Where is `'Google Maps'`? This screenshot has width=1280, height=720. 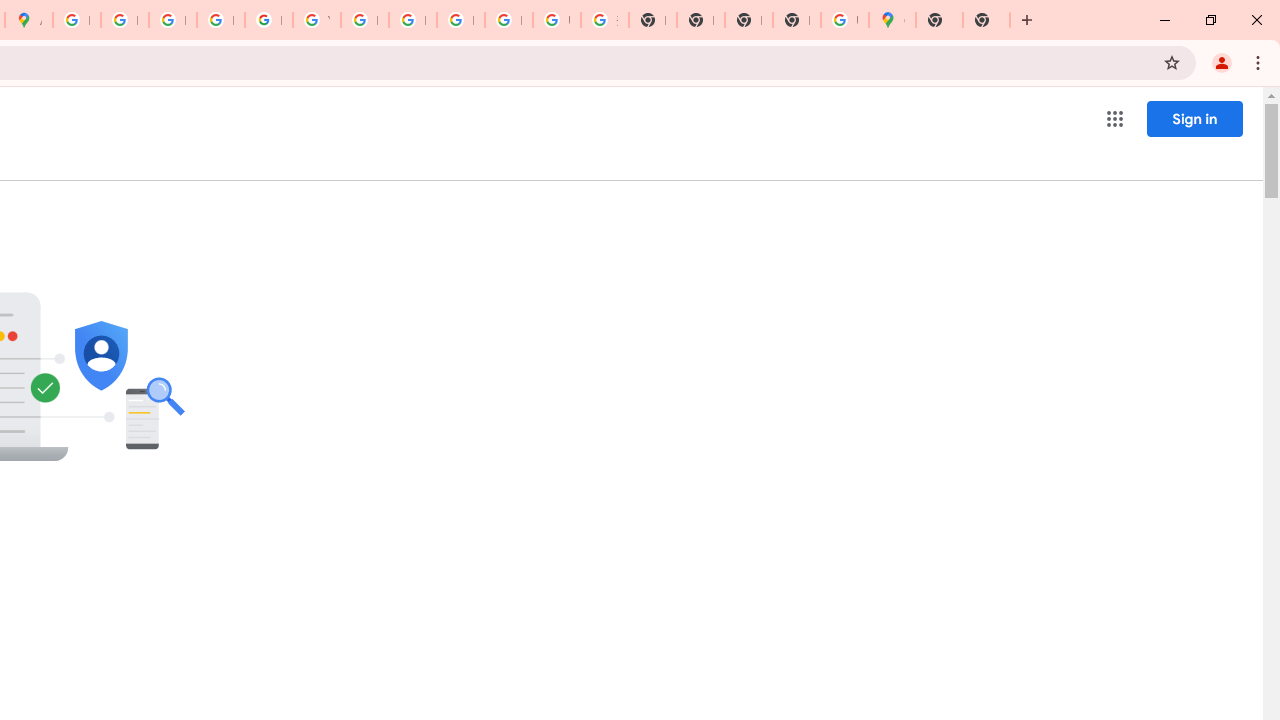 'Google Maps' is located at coordinates (891, 20).